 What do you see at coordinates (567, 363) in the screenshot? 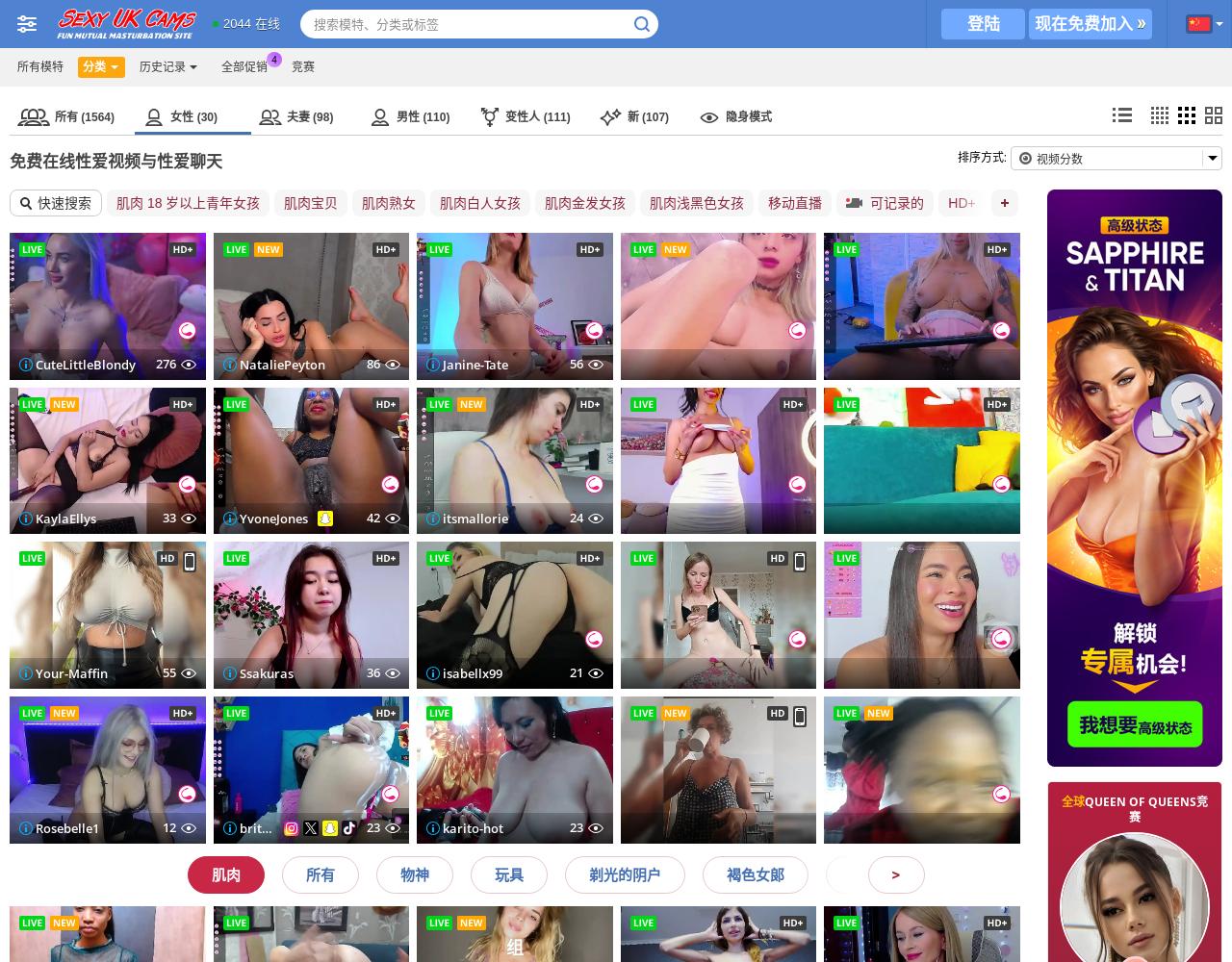
I see `'57'` at bounding box center [567, 363].